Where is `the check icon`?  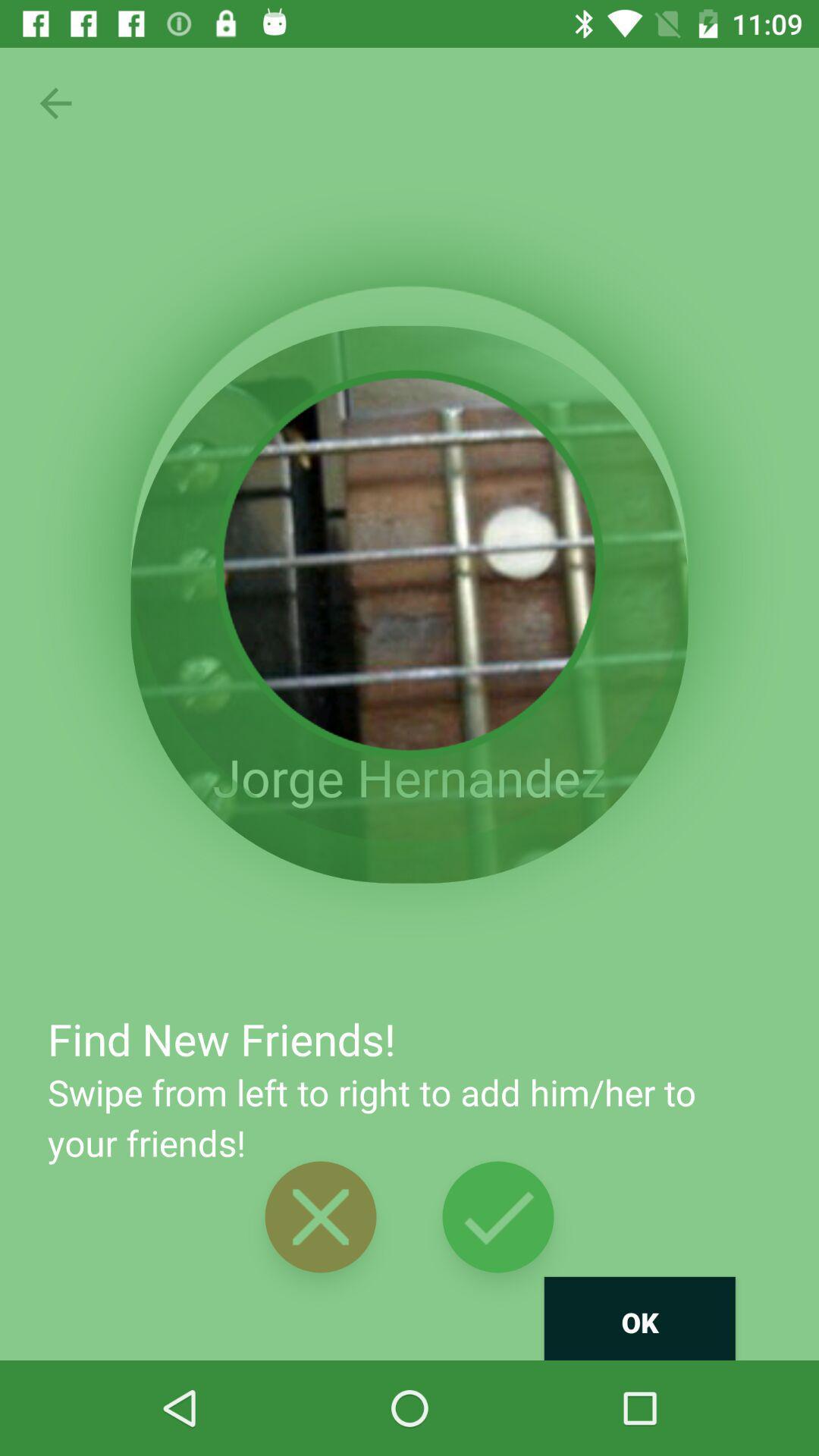
the check icon is located at coordinates (497, 1216).